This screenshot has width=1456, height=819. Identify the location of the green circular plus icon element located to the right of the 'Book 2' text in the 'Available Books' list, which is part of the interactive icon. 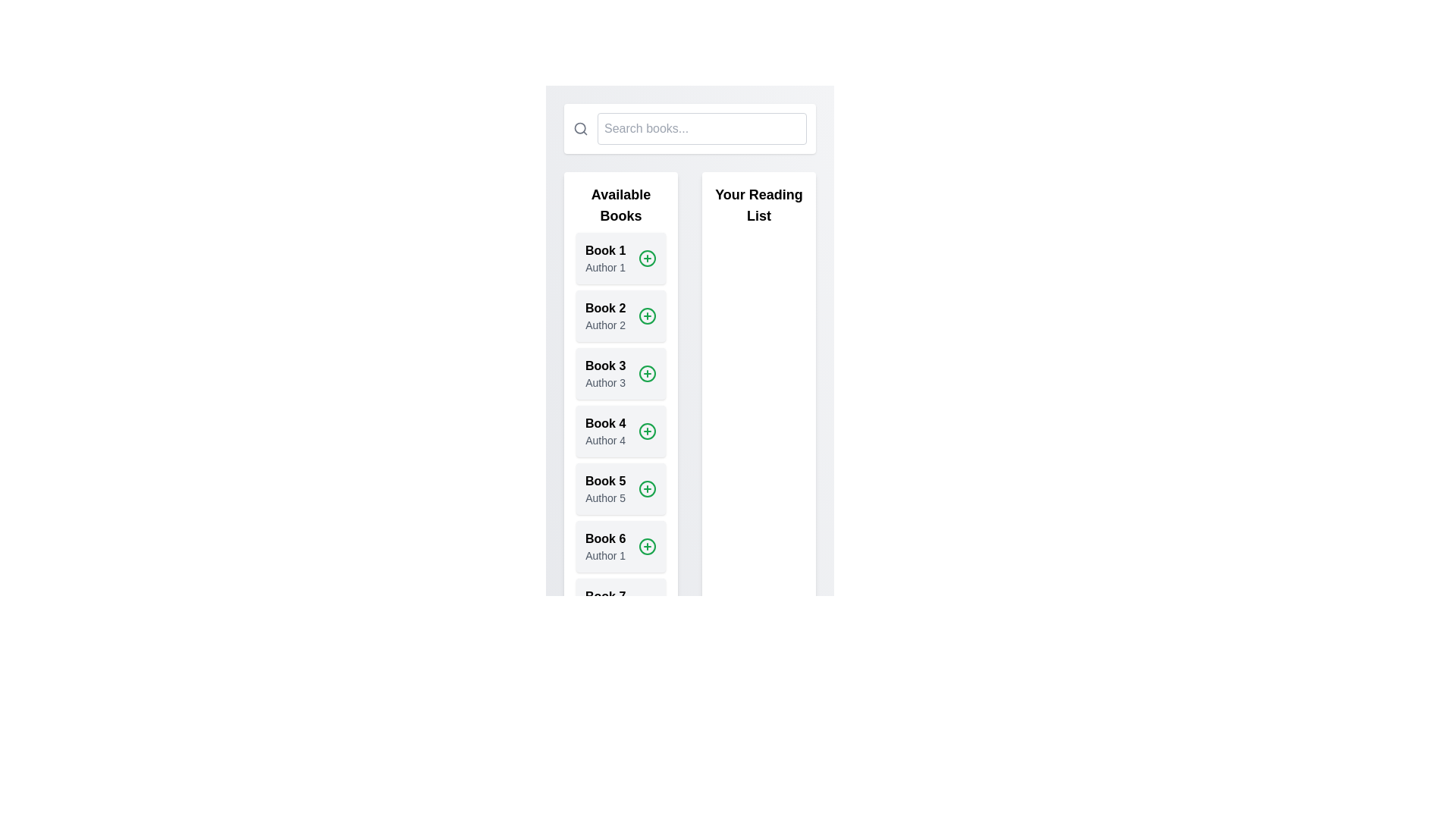
(648, 315).